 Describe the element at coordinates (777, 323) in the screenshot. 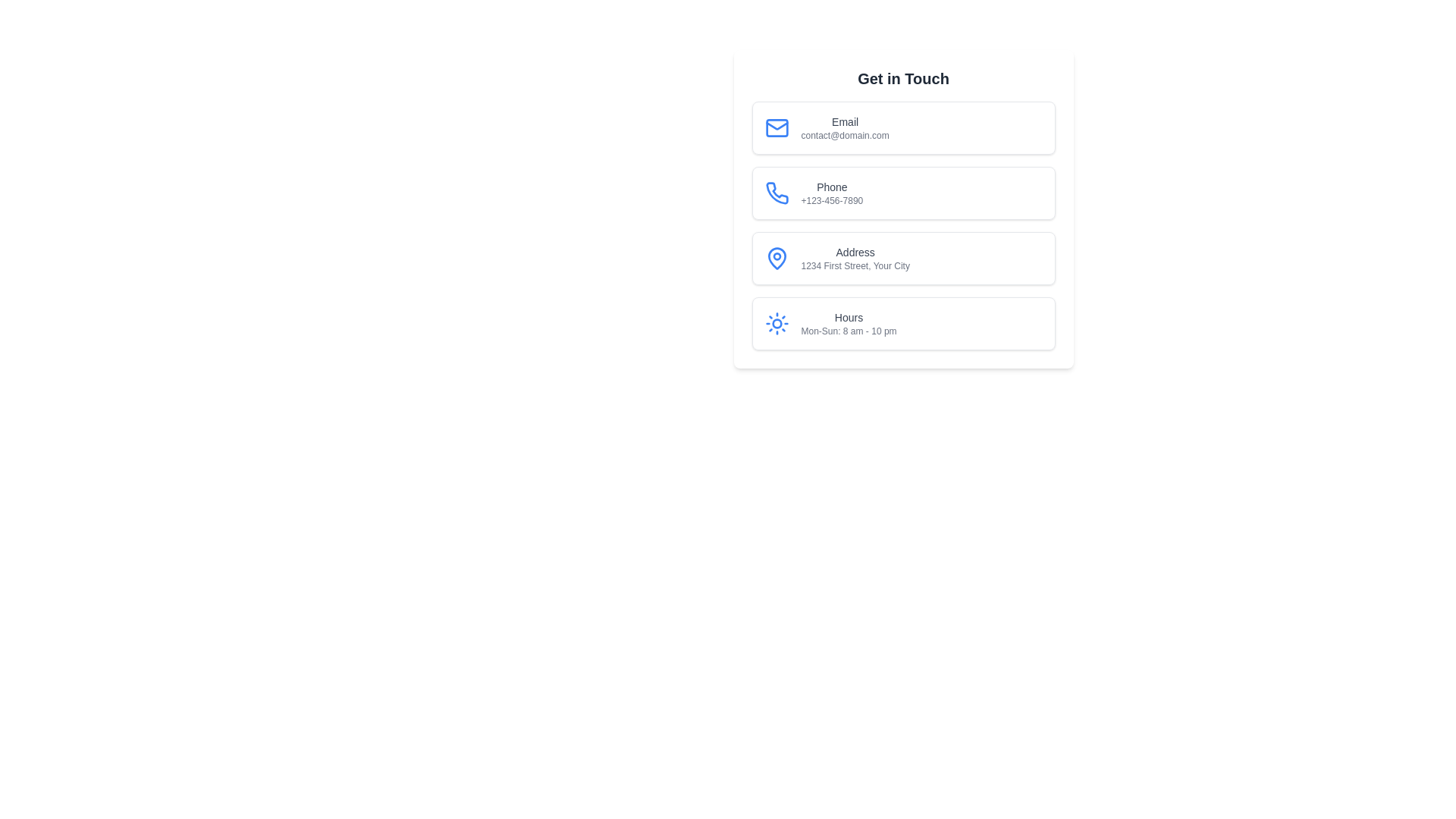

I see `the SVG Circle Element that serves as a decorative part of the sun icon in the 'Get in Touch' section, located in the fourth row of the contact information list` at that location.